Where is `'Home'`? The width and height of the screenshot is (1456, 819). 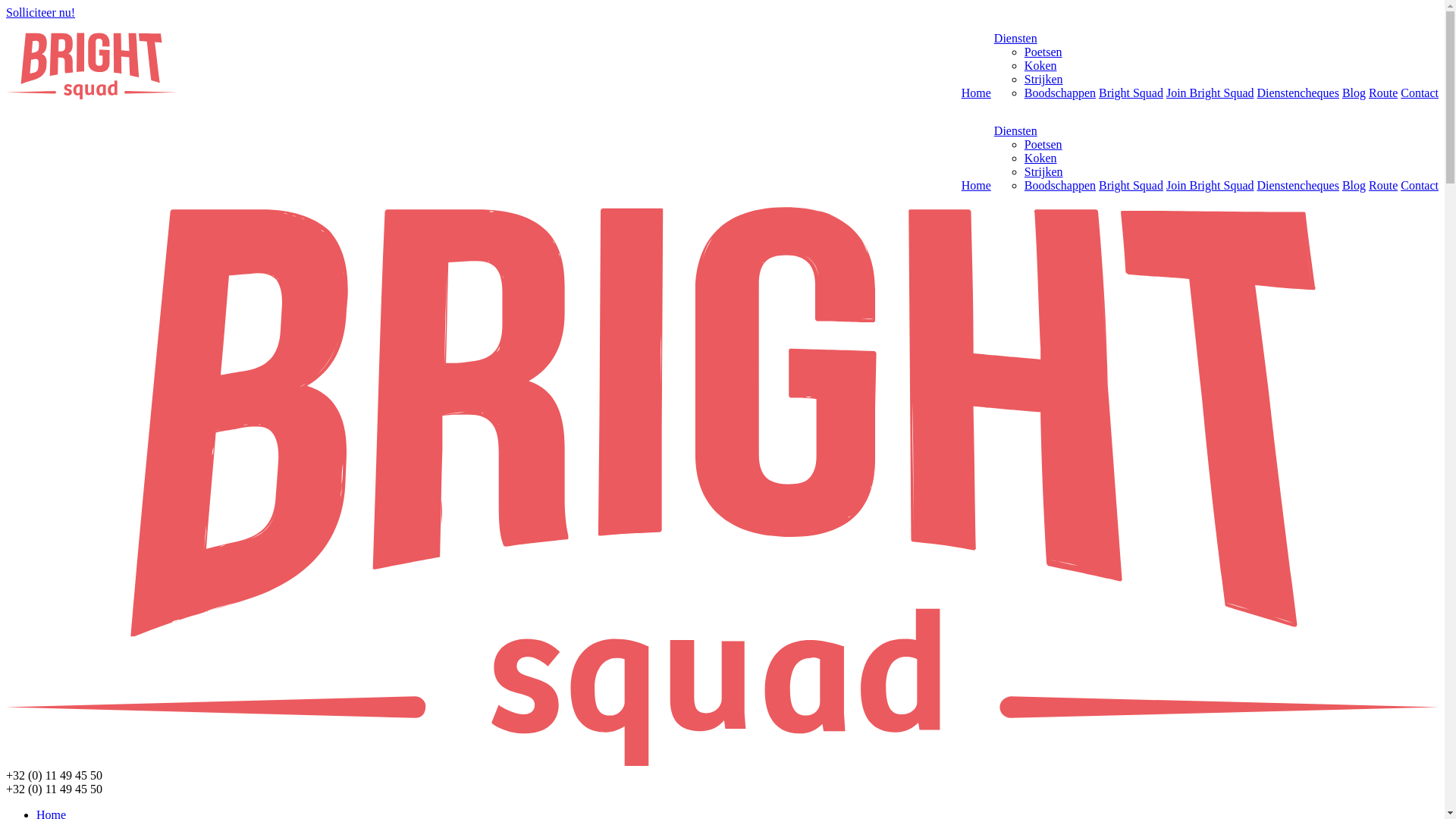 'Home' is located at coordinates (976, 184).